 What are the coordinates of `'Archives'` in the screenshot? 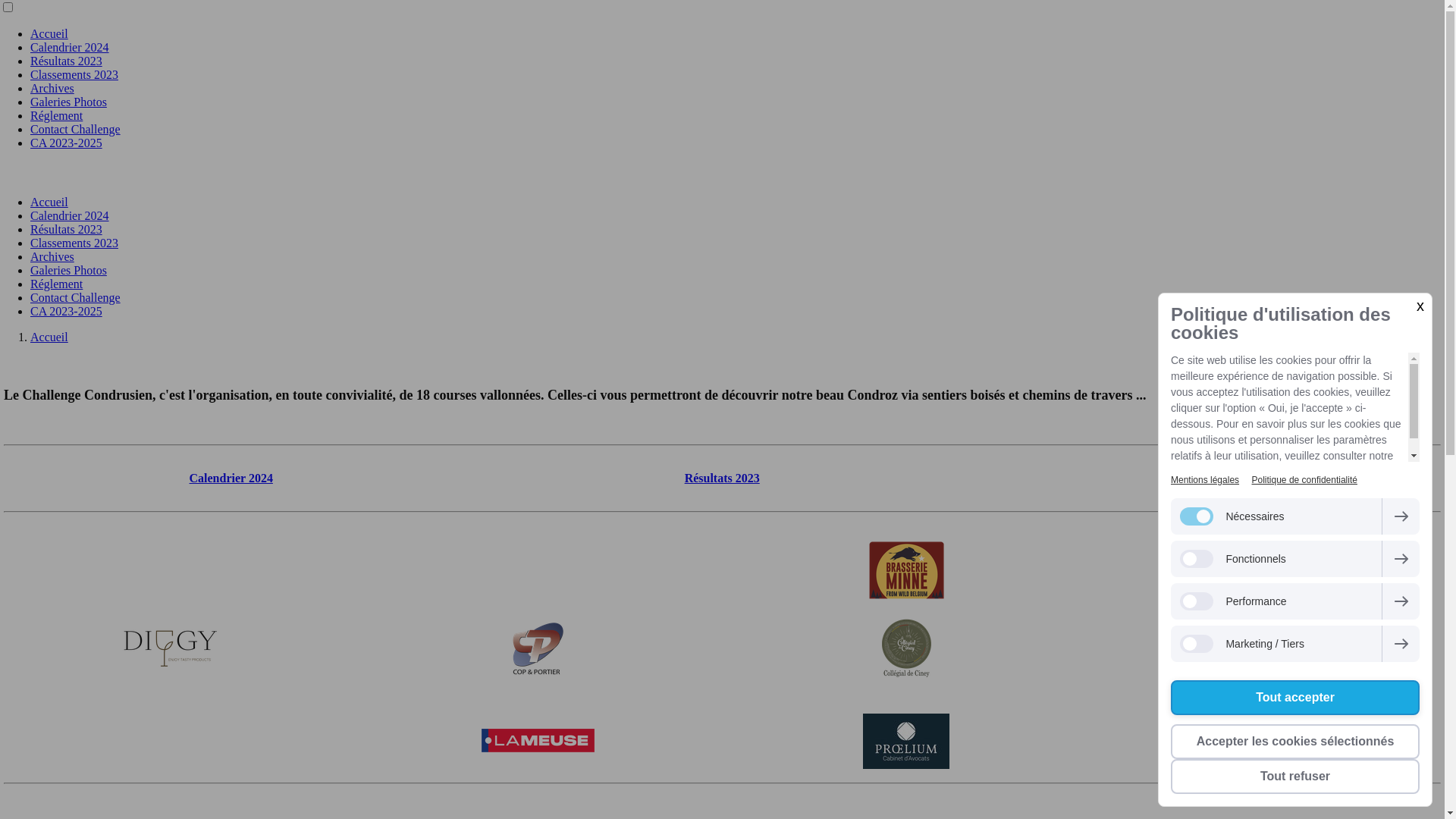 It's located at (52, 88).